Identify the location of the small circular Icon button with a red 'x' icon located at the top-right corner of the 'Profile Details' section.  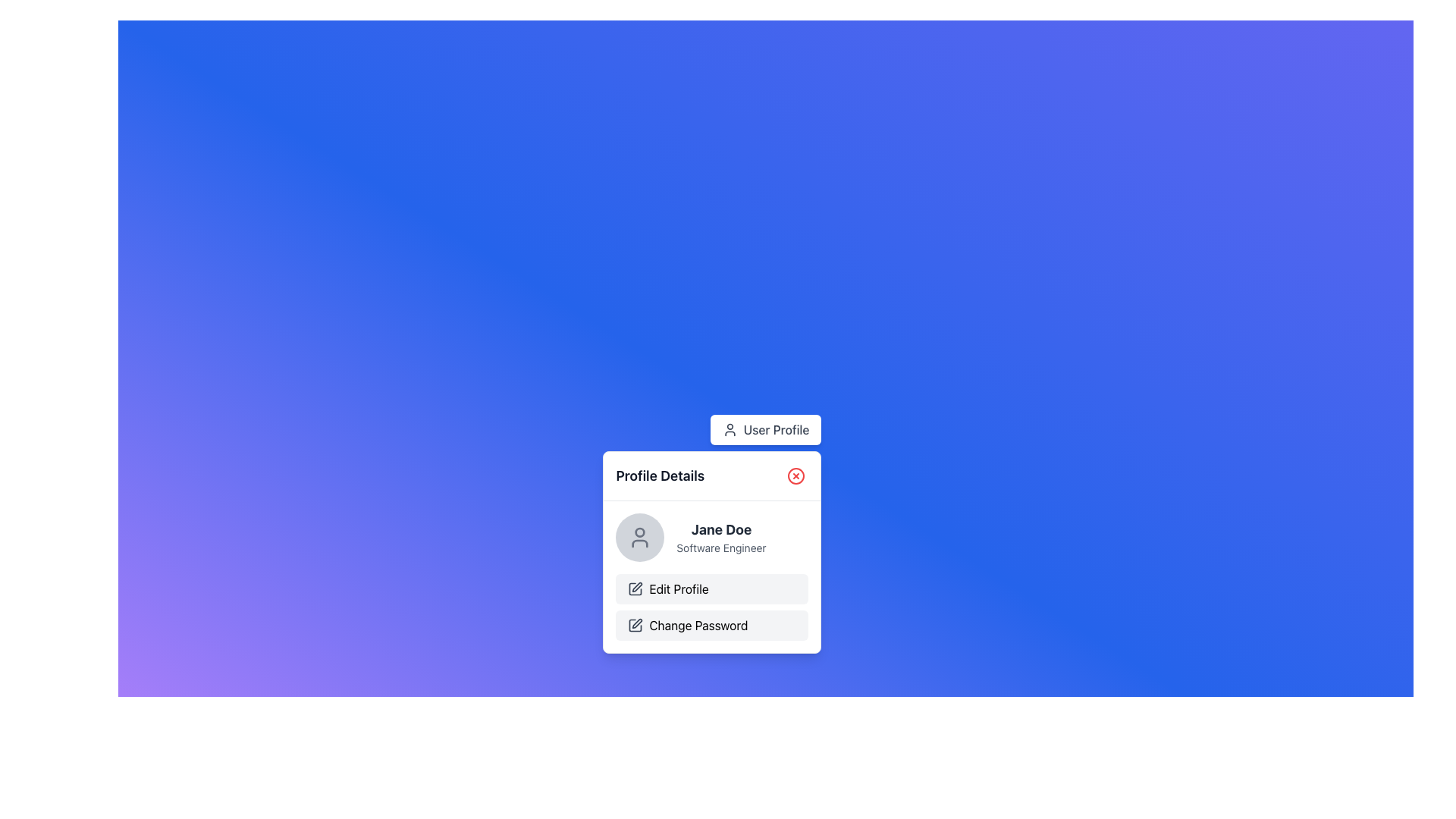
(795, 475).